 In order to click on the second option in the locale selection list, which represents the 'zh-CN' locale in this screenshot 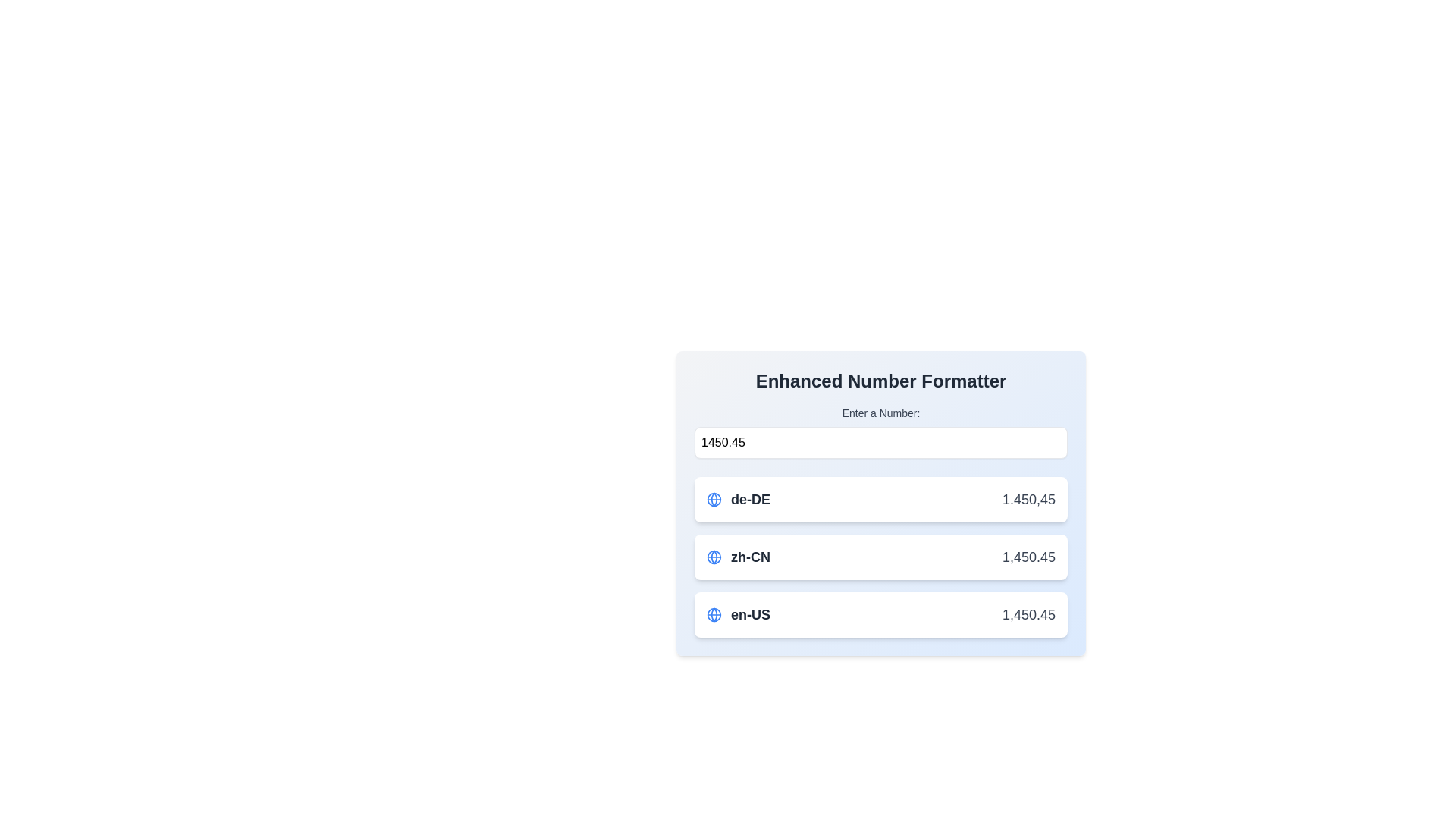, I will do `click(739, 557)`.